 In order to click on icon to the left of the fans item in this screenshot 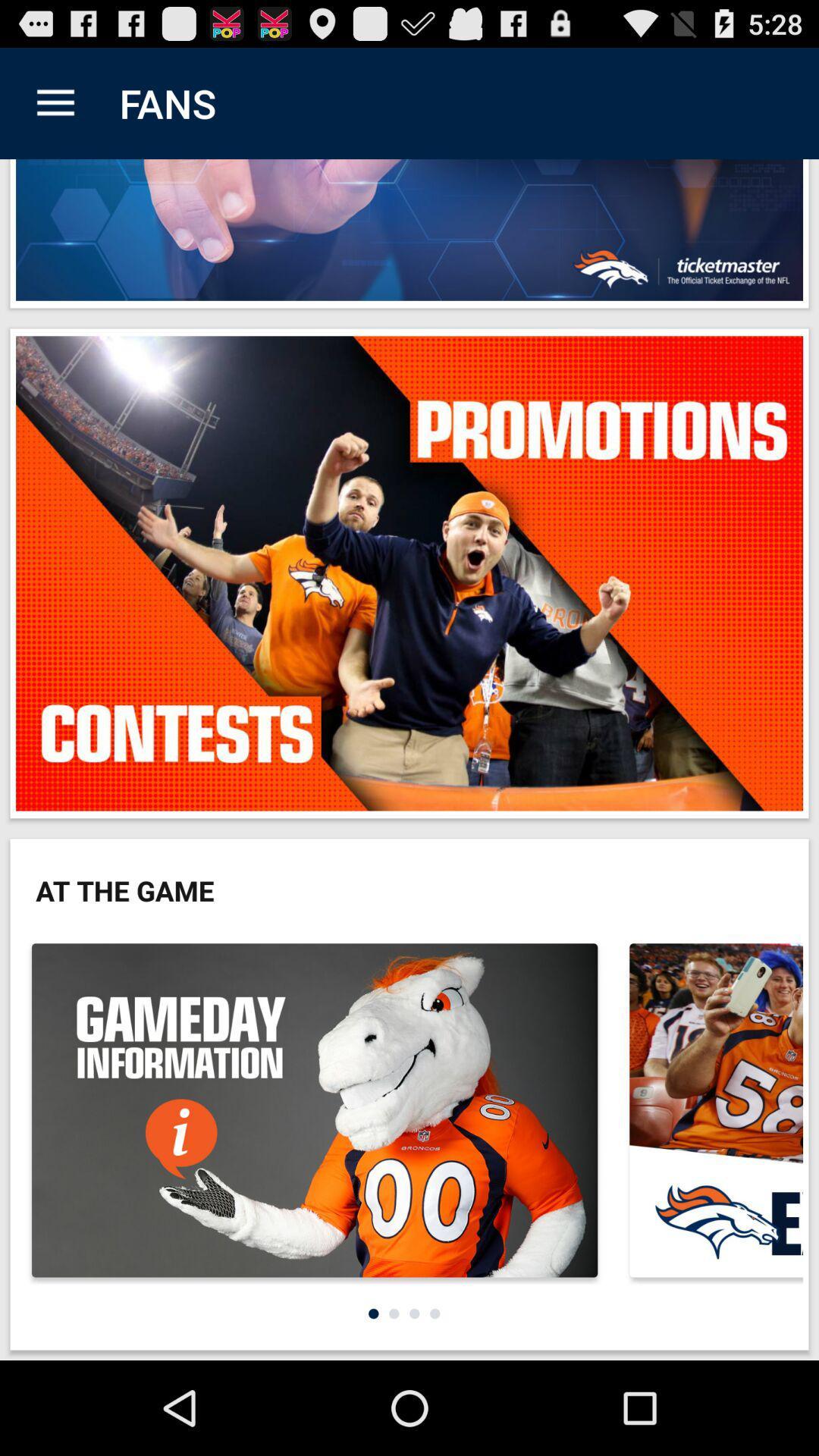, I will do `click(55, 102)`.